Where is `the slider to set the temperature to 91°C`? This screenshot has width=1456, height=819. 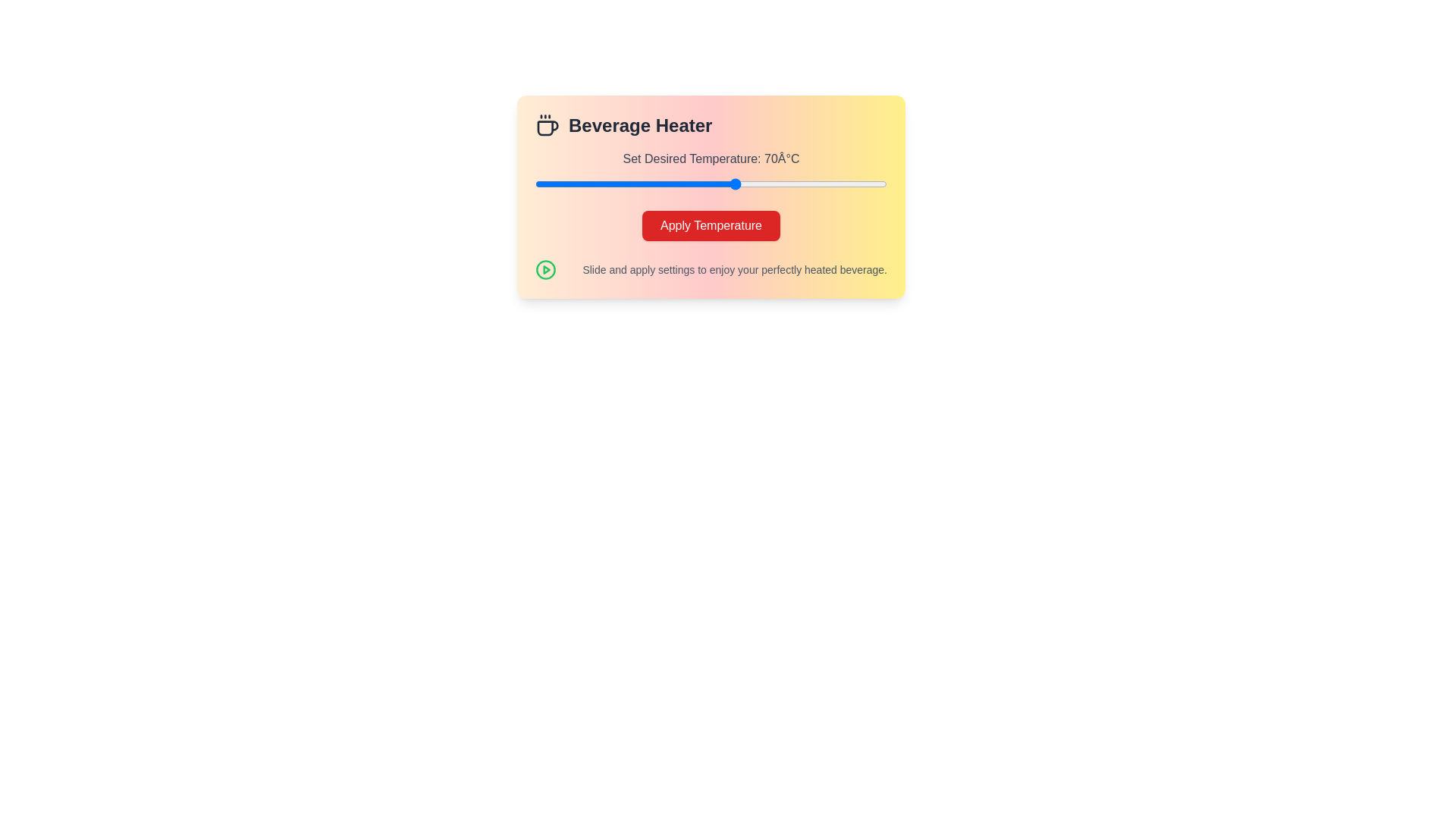 the slider to set the temperature to 91°C is located at coordinates (841, 184).